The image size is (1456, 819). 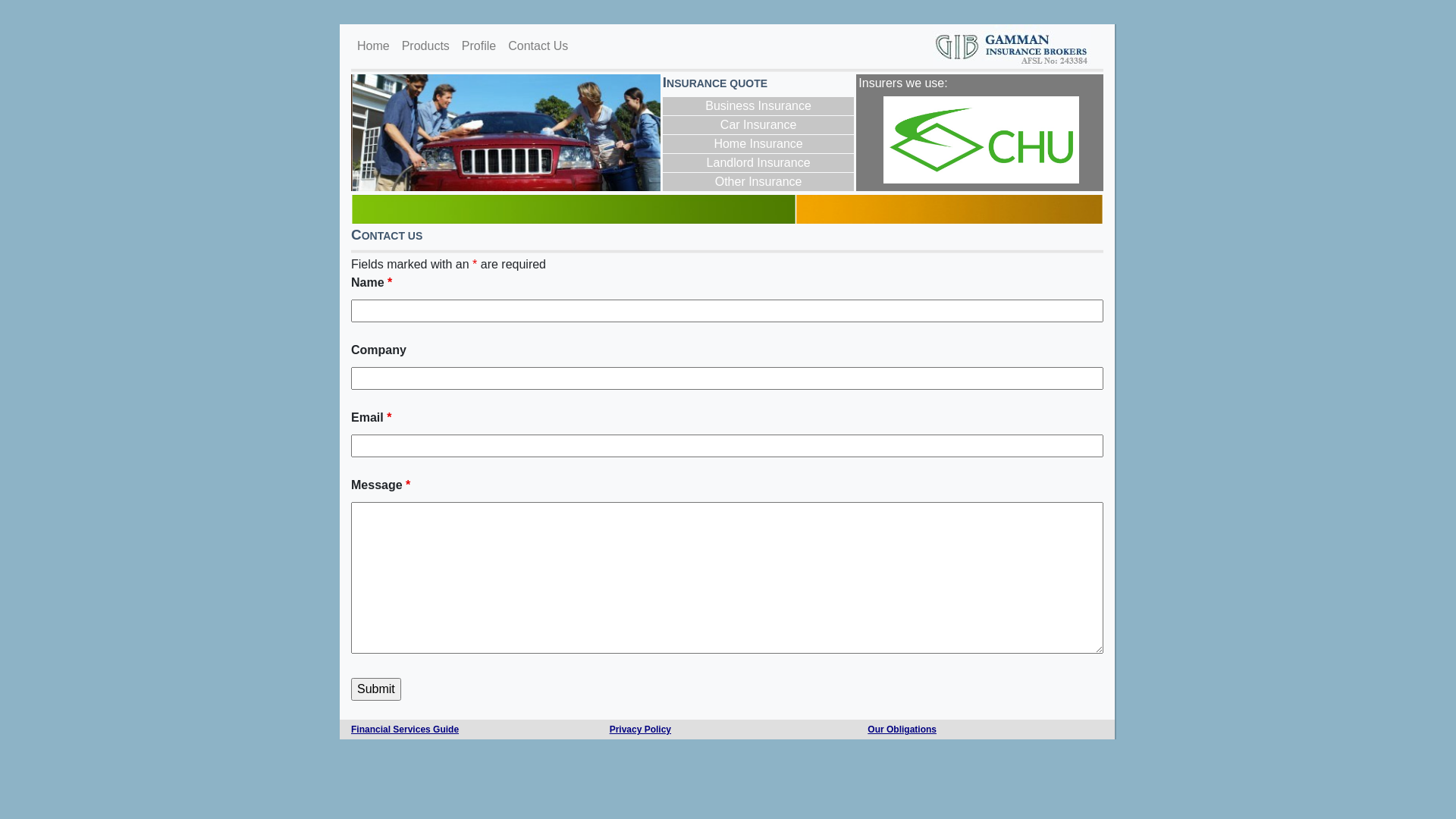 I want to click on 'Car Insurance', so click(x=758, y=124).